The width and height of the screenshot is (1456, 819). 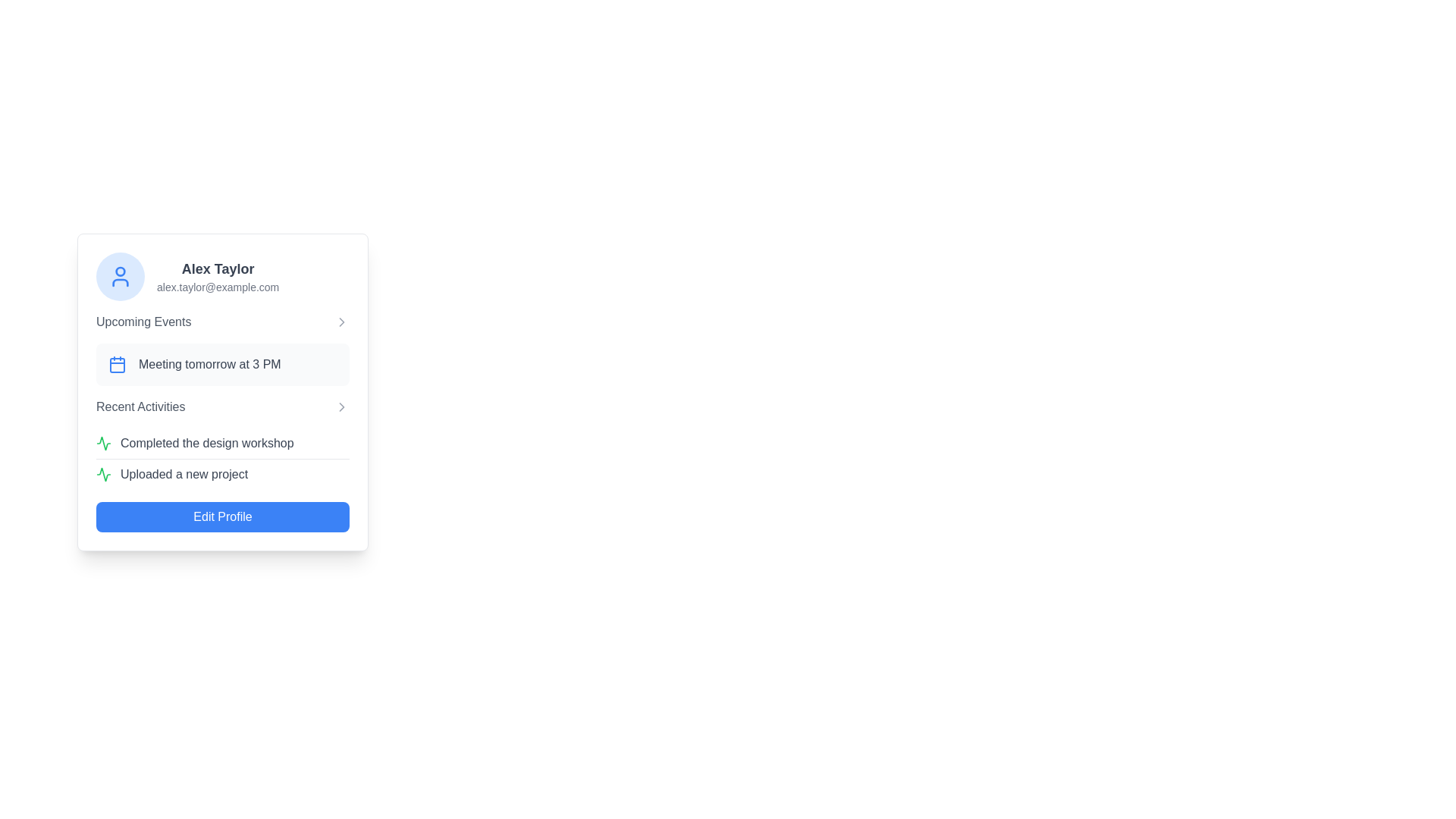 I want to click on the first List item with an icon and text under the 'Recent Activities' section that depicts the recent activity of completing a design workshop, so click(x=221, y=444).